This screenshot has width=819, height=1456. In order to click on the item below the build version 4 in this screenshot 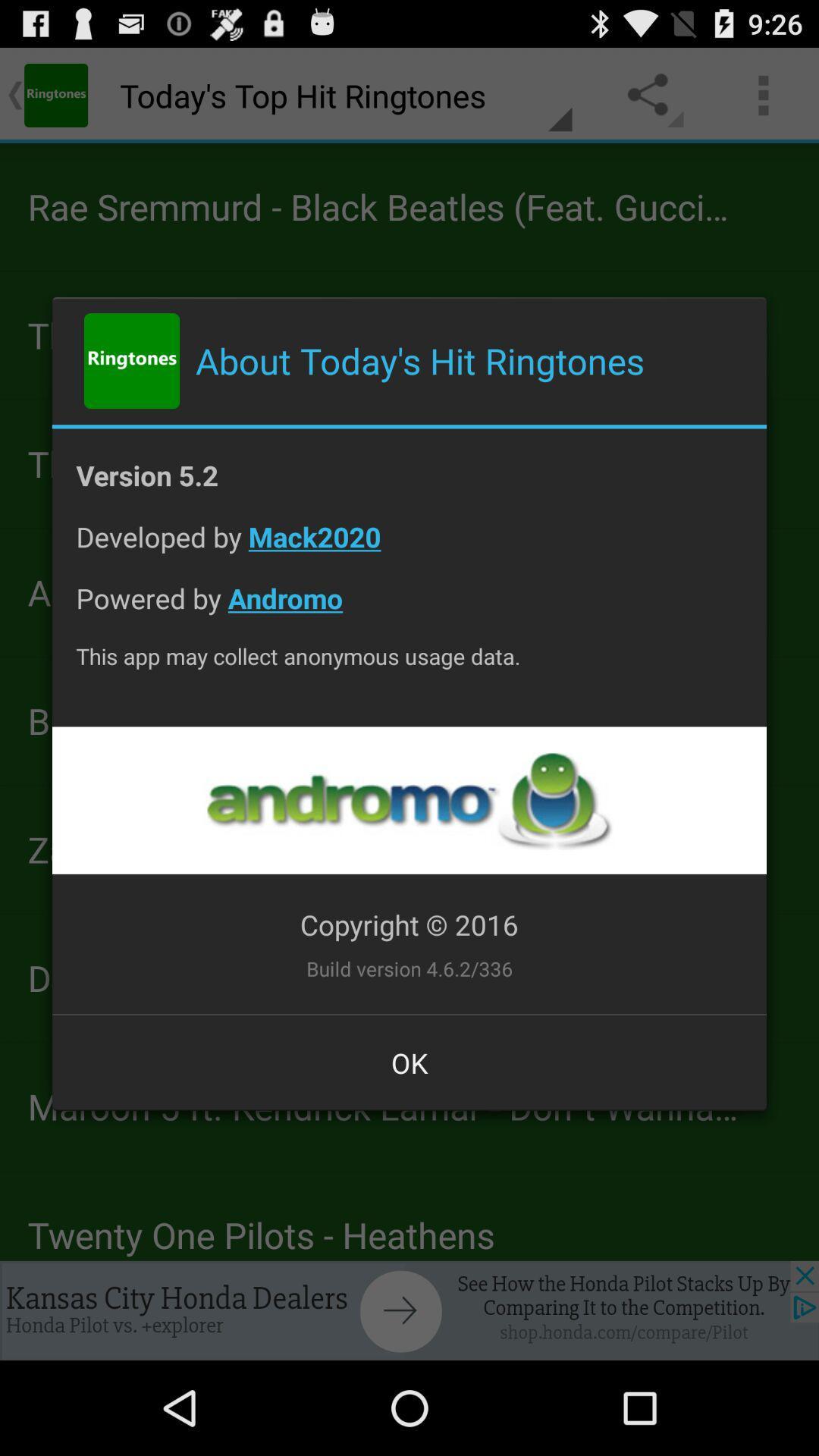, I will do `click(409, 1062)`.